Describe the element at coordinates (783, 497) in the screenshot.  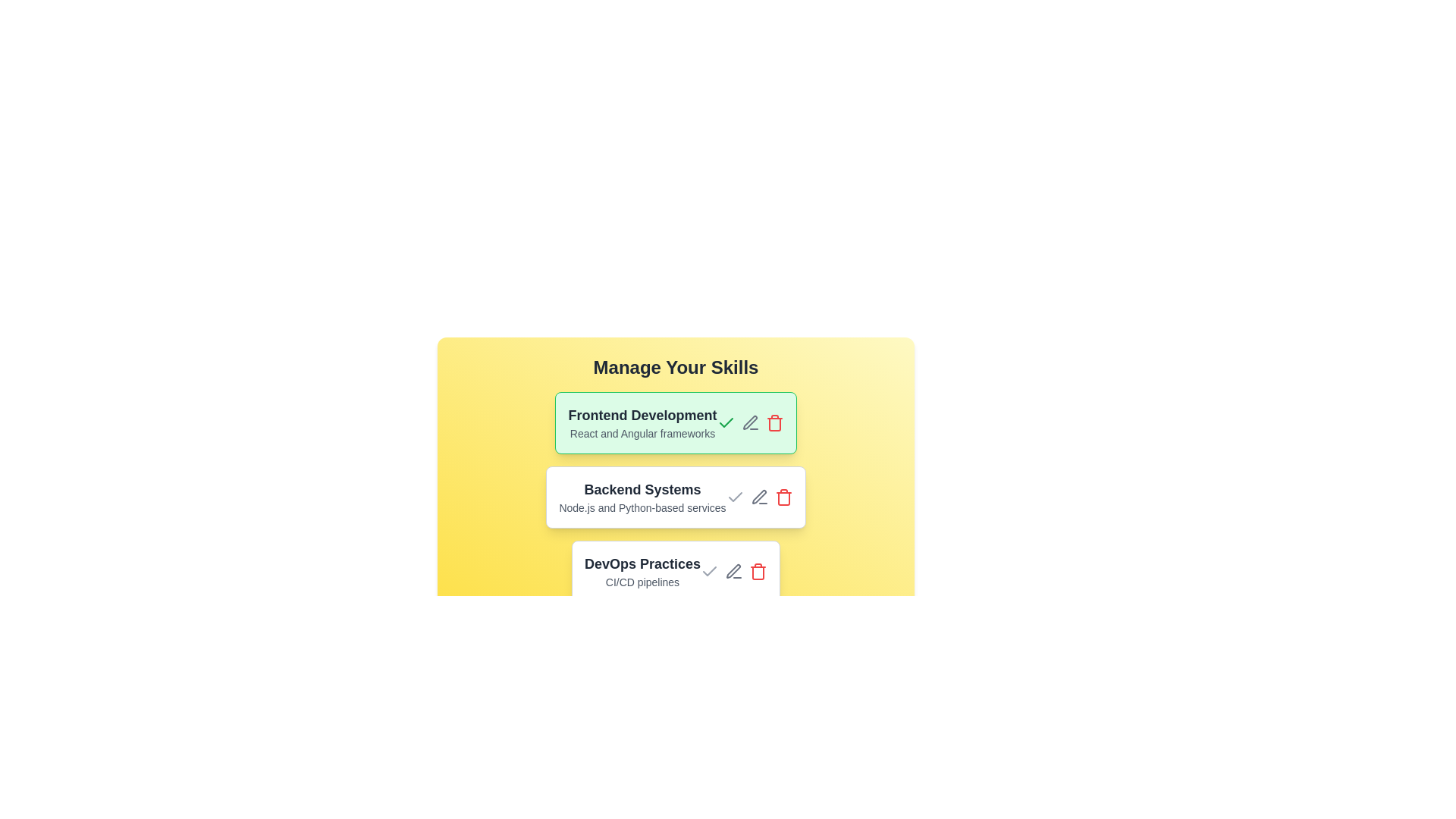
I see `the trash icon to delete the item corresponding to the skill Backend Systems` at that location.